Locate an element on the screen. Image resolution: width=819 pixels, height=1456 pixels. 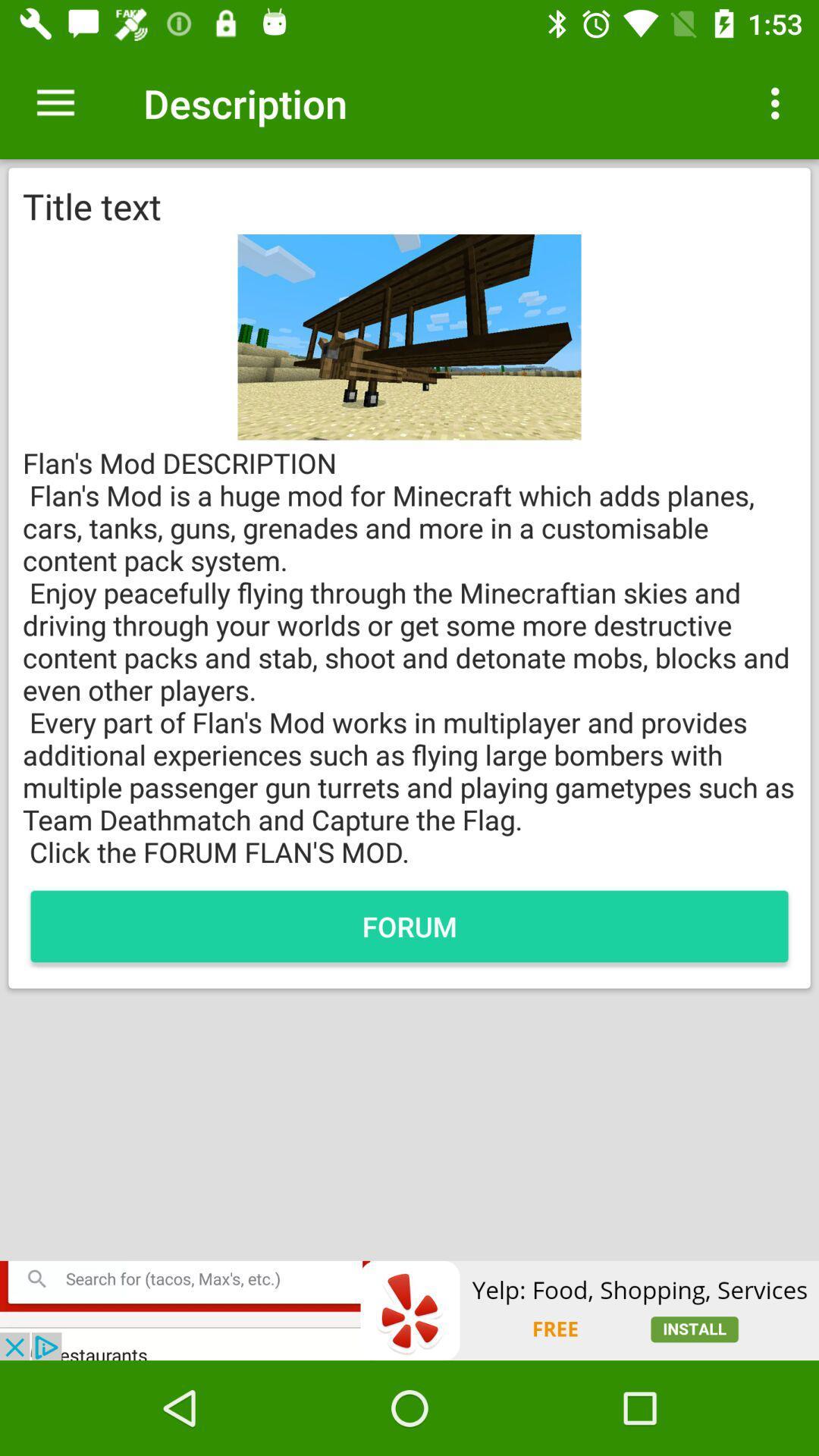
advertisement is located at coordinates (409, 1310).